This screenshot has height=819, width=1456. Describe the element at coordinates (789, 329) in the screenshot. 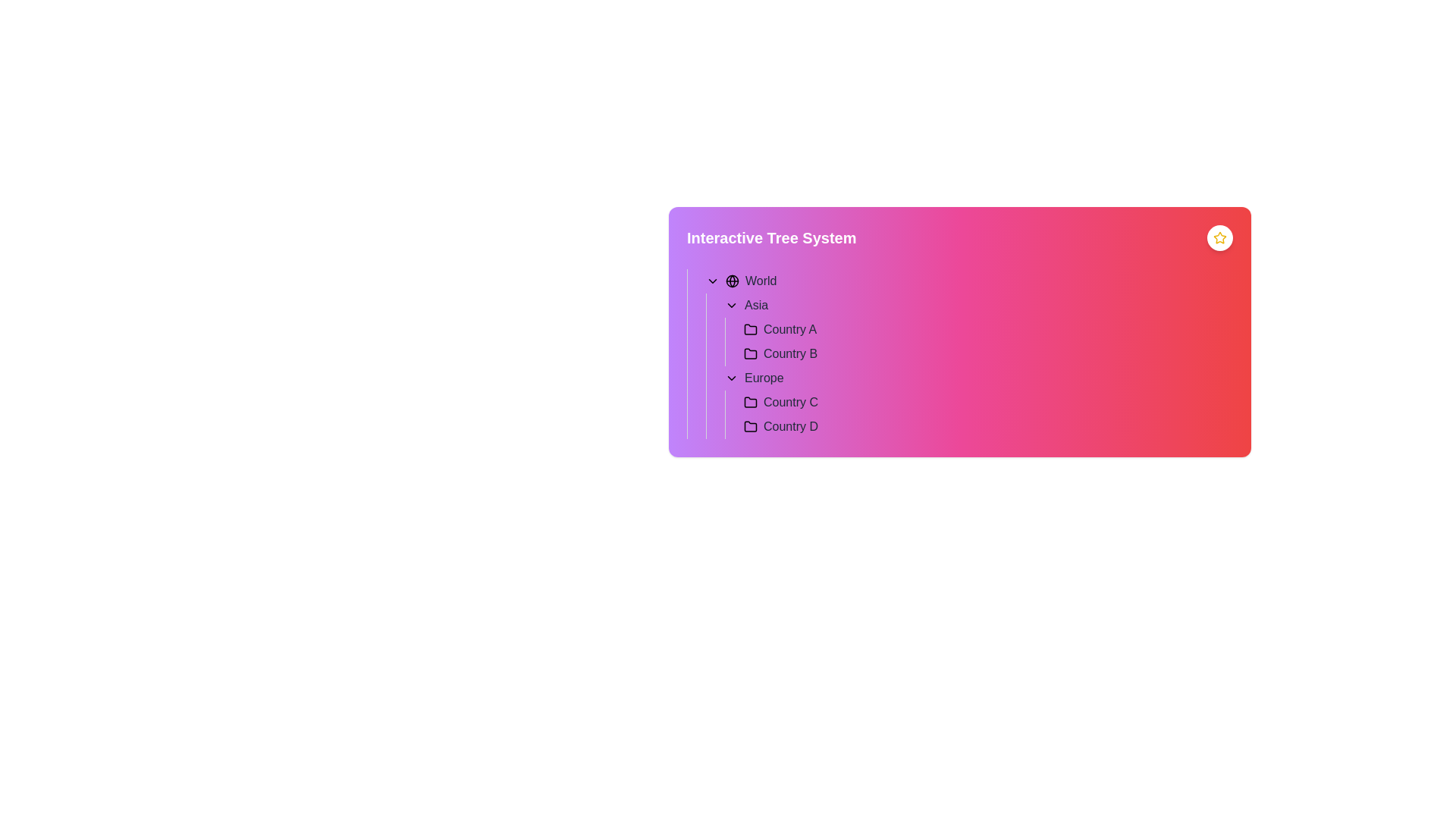

I see `text label that identifies 'Country A' within the 'Asia' section of the hierarchical tree structure` at that location.